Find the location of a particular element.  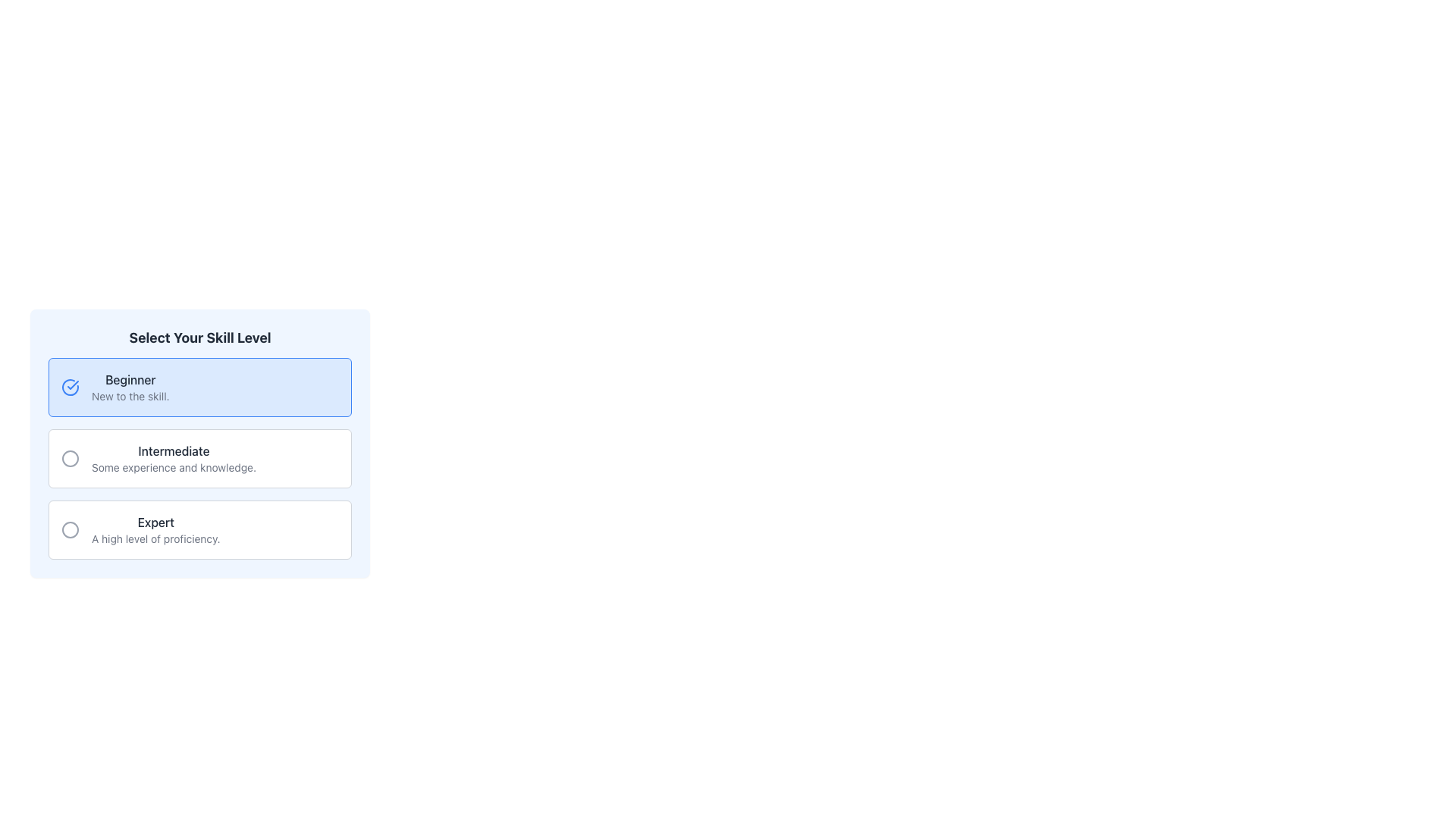

the label that reads 'Some experience and knowledge.' which is styled in a smaller font size and light gray color, located directly beneath the 'Intermediate' skill level option is located at coordinates (174, 467).